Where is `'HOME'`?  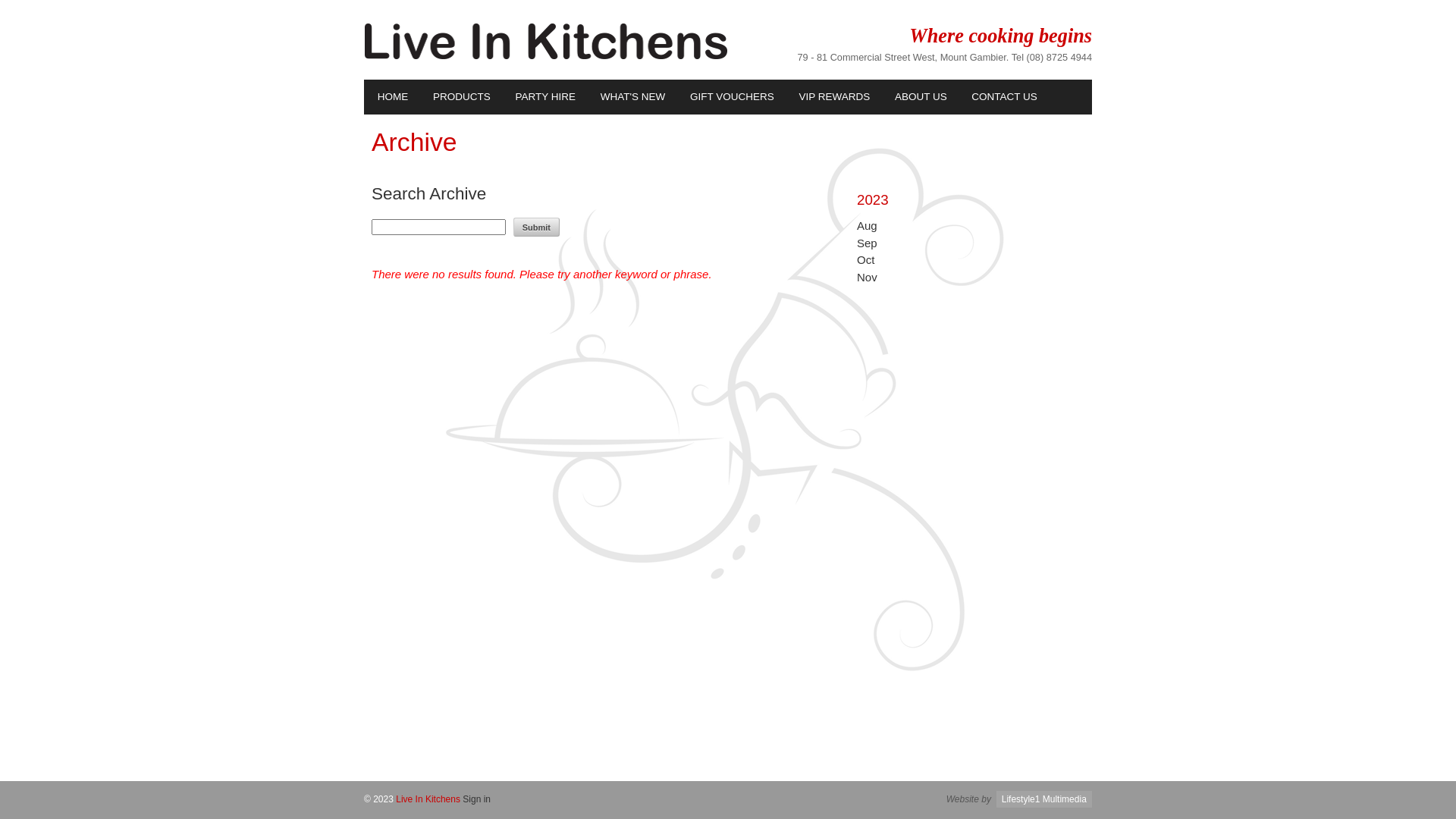 'HOME' is located at coordinates (364, 97).